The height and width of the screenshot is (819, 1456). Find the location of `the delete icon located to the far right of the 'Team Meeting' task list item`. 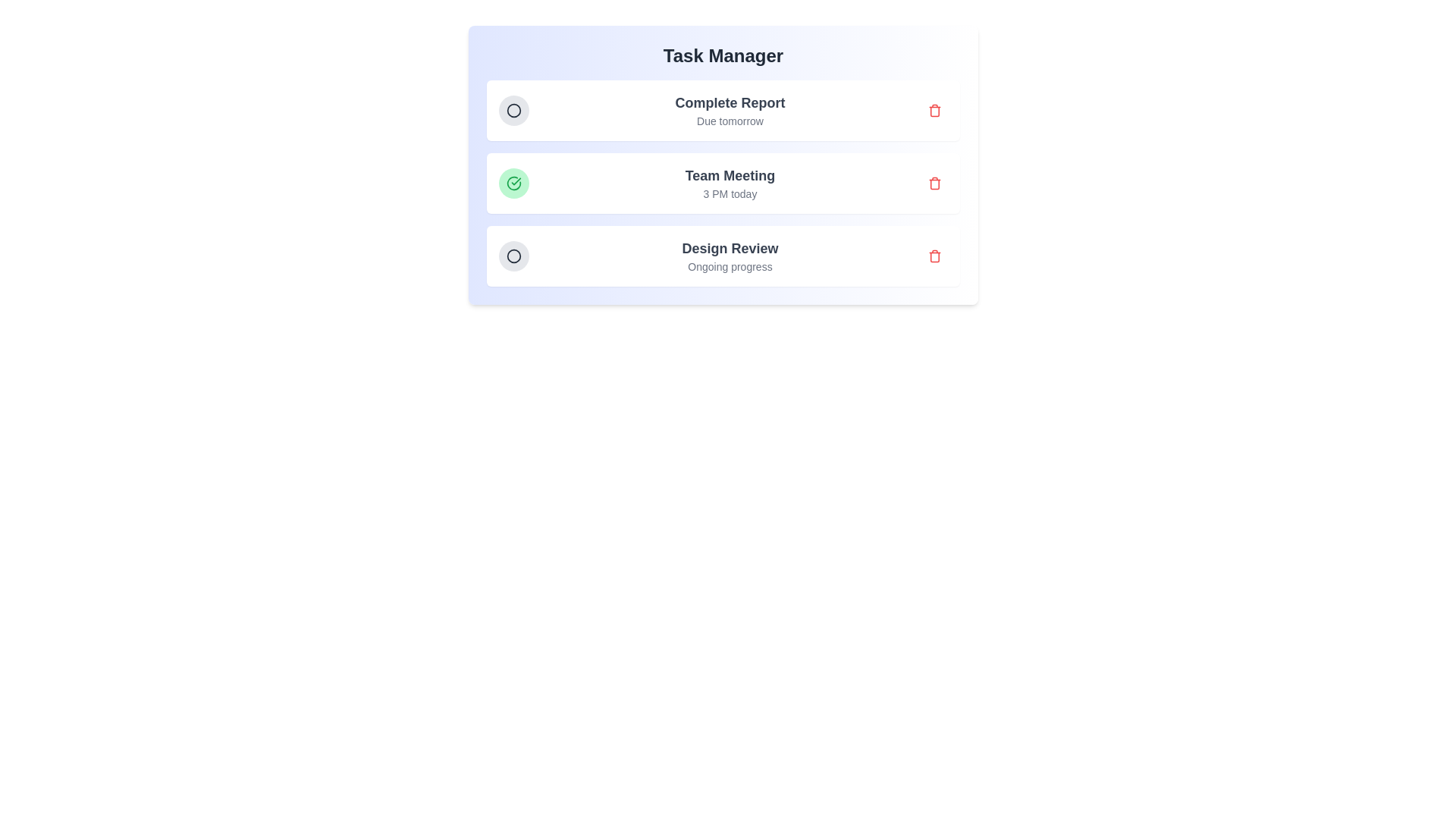

the delete icon located to the far right of the 'Team Meeting' task list item is located at coordinates (934, 183).